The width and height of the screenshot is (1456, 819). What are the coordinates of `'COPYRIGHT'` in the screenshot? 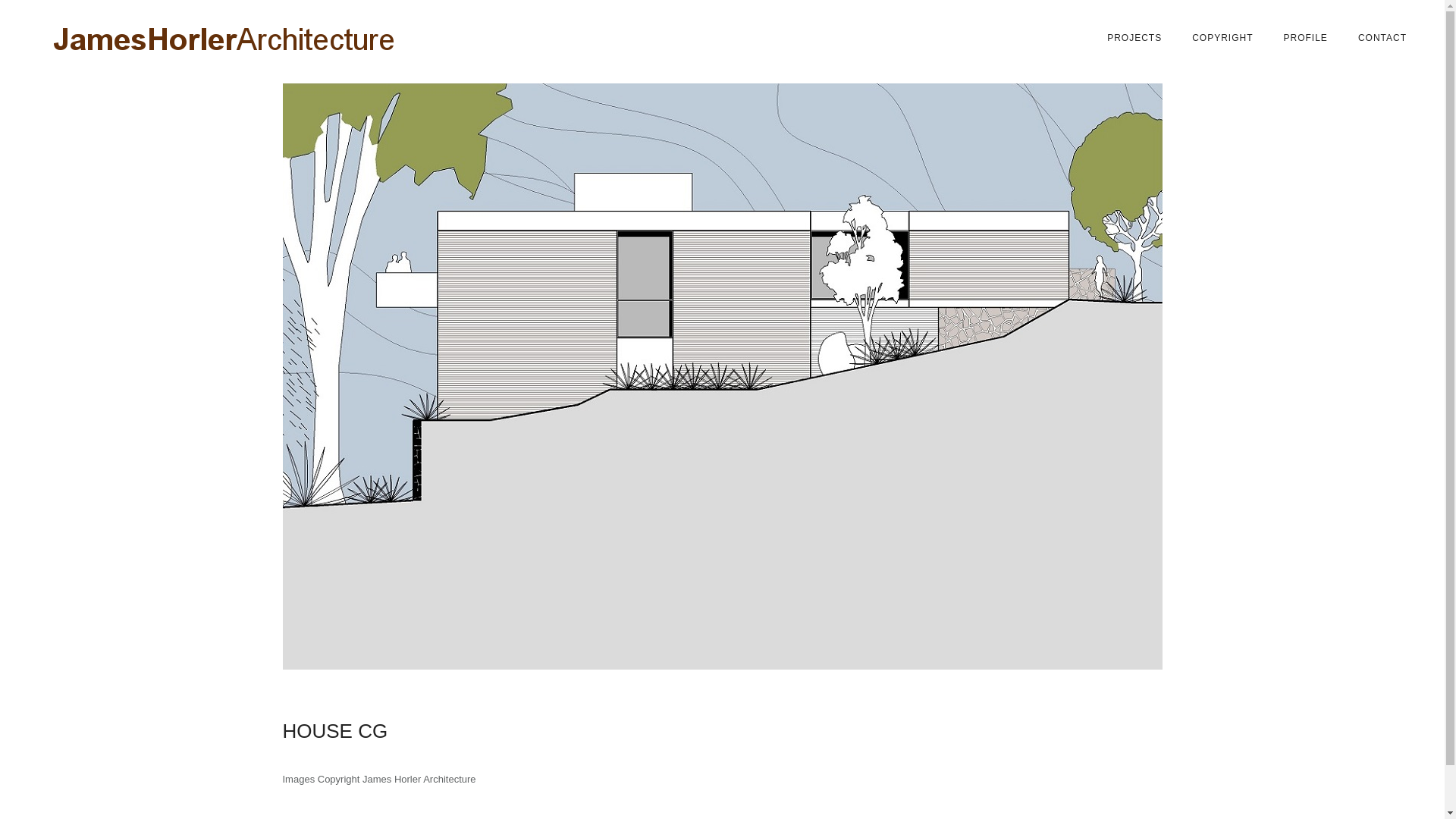 It's located at (1222, 37).